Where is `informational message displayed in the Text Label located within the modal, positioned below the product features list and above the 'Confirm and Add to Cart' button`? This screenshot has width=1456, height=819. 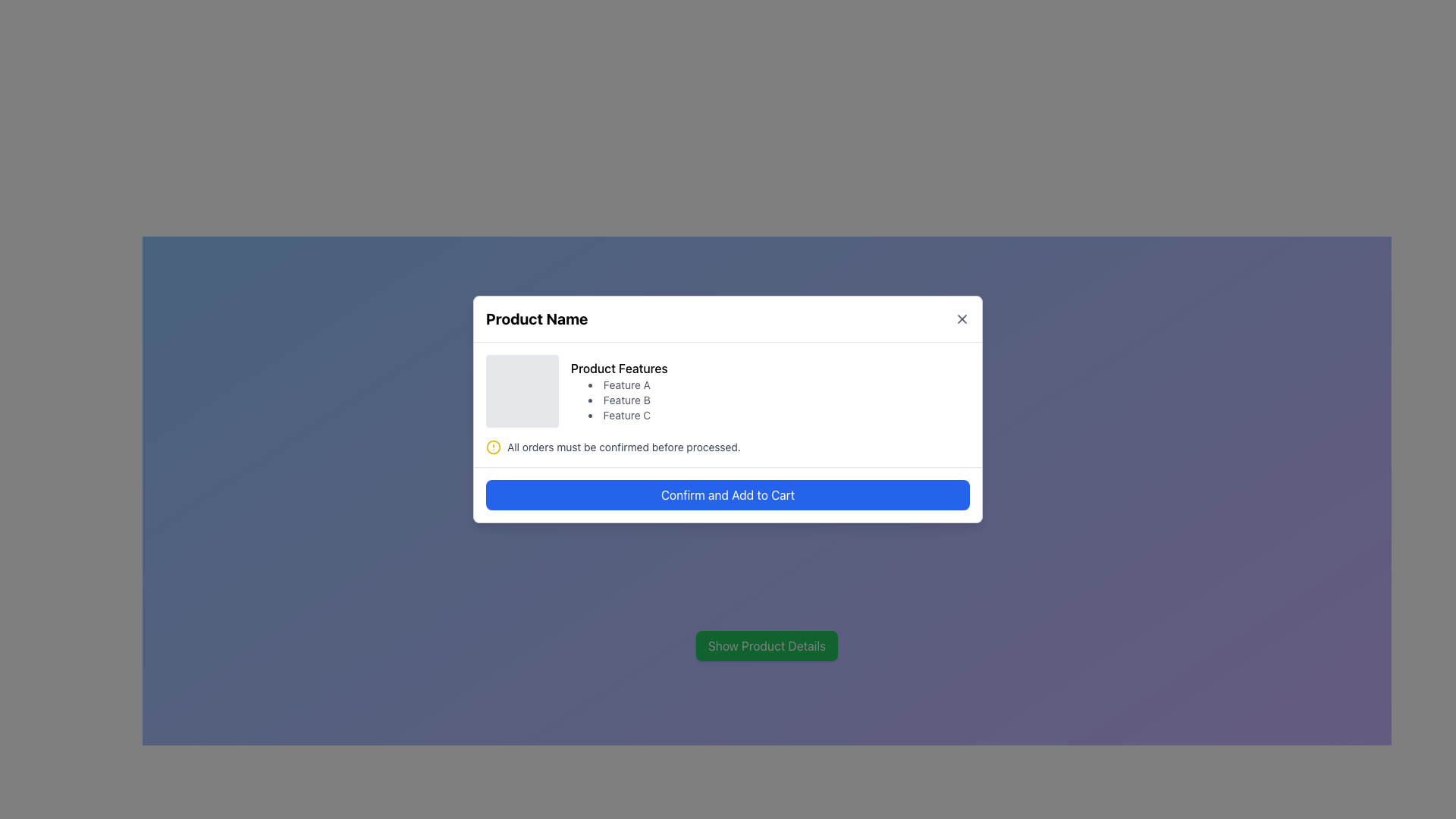 informational message displayed in the Text Label located within the modal, positioned below the product features list and above the 'Confirm and Add to Cart' button is located at coordinates (623, 447).